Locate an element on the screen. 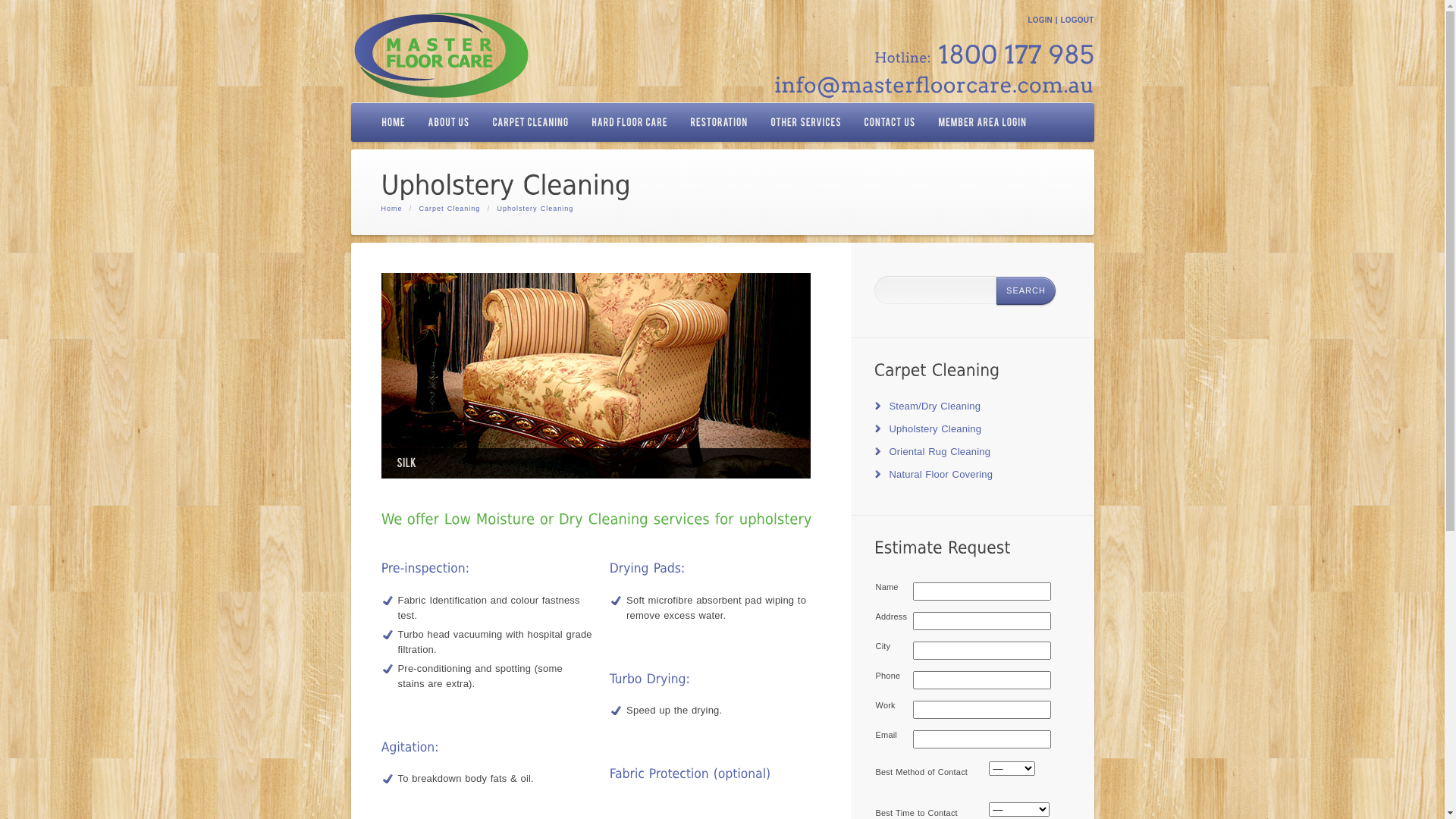  'Carpet Cleaning' is located at coordinates (449, 208).